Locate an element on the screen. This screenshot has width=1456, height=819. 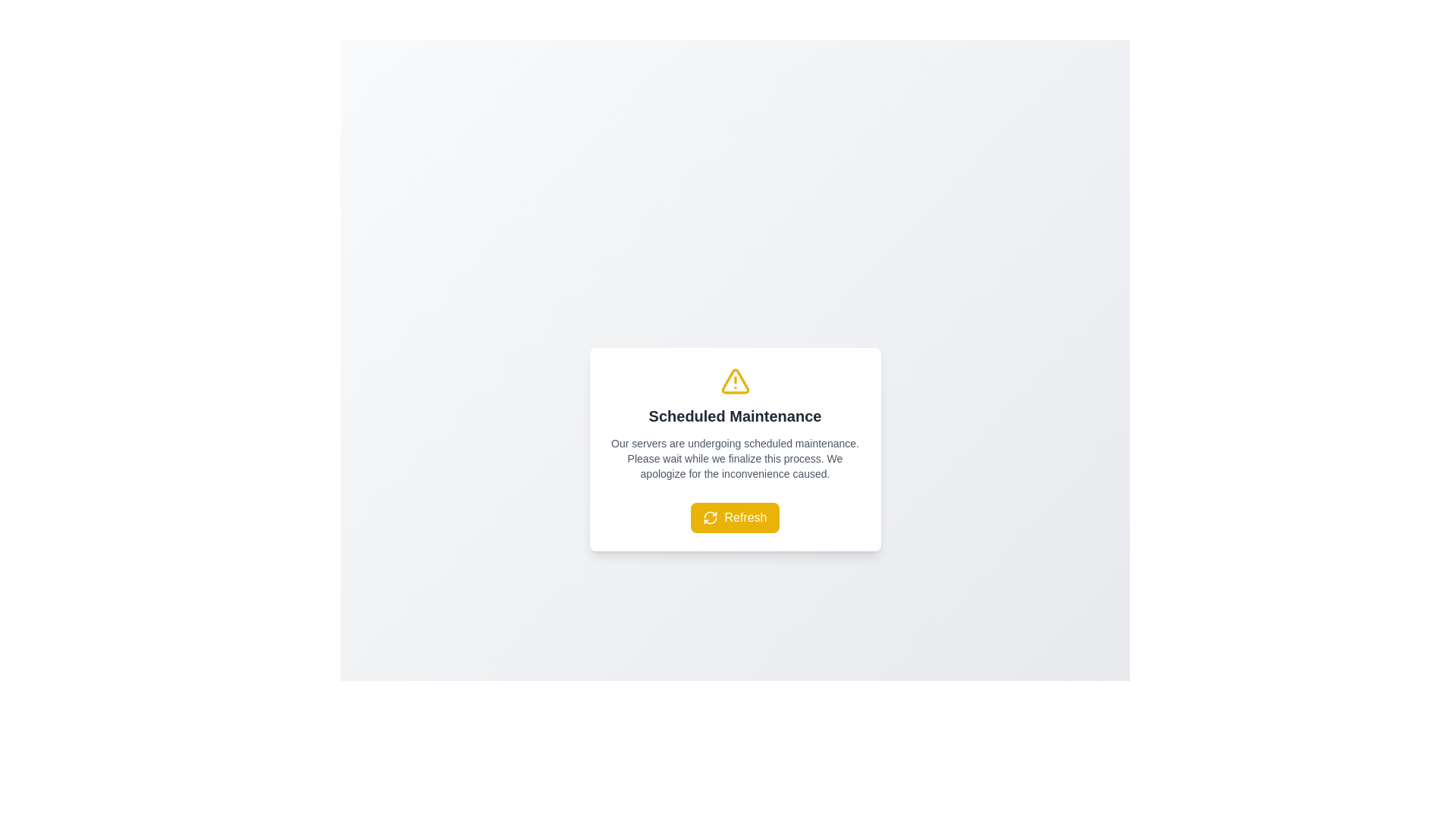
the text block that displays the message about server maintenance, which is styled in a small gray font and centered below the title 'Scheduled Maintenance' is located at coordinates (735, 458).